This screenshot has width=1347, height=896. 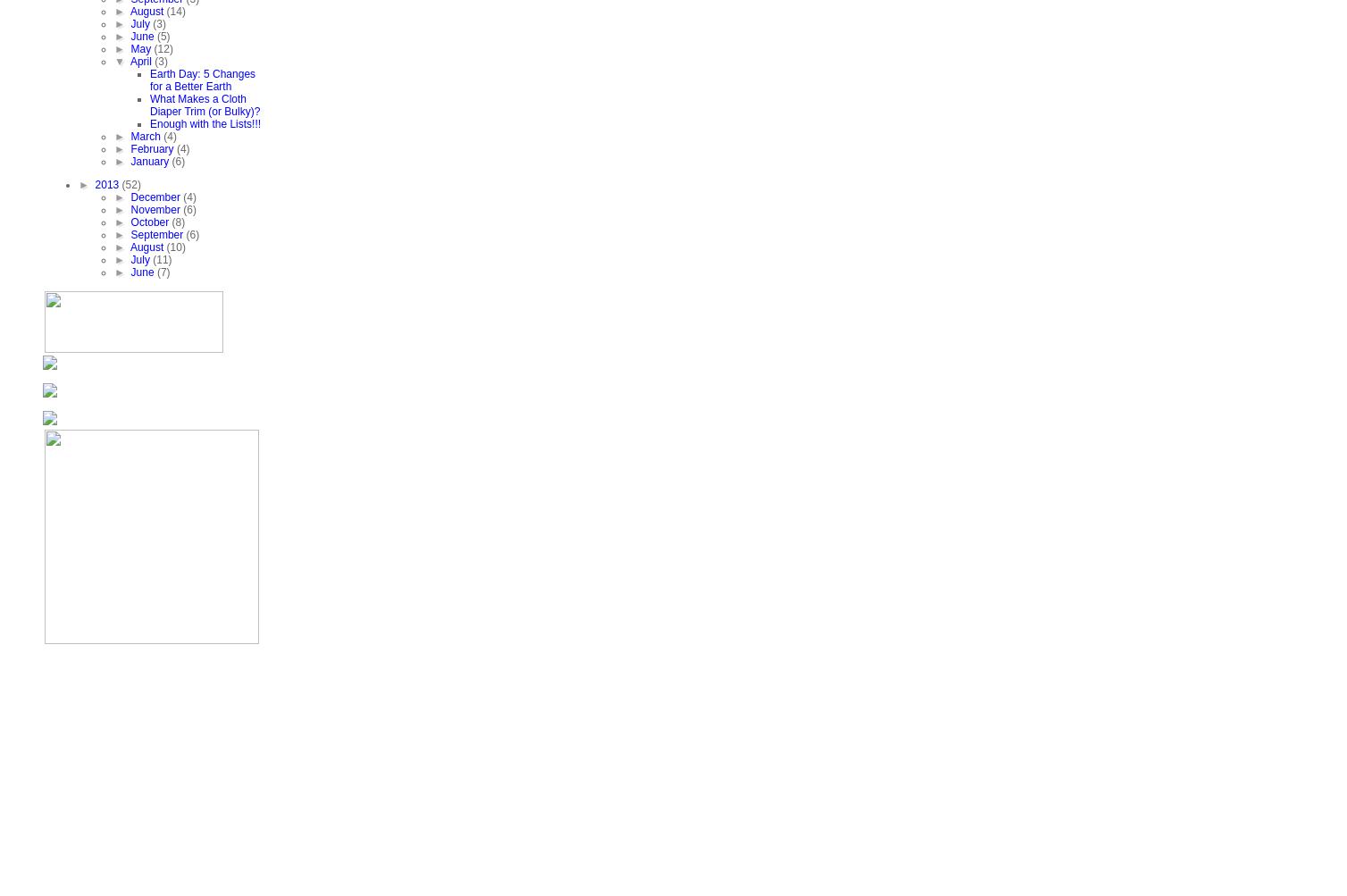 I want to click on 'What Makes a Cloth Diaper Trim (or Bulky)?', so click(x=204, y=104).